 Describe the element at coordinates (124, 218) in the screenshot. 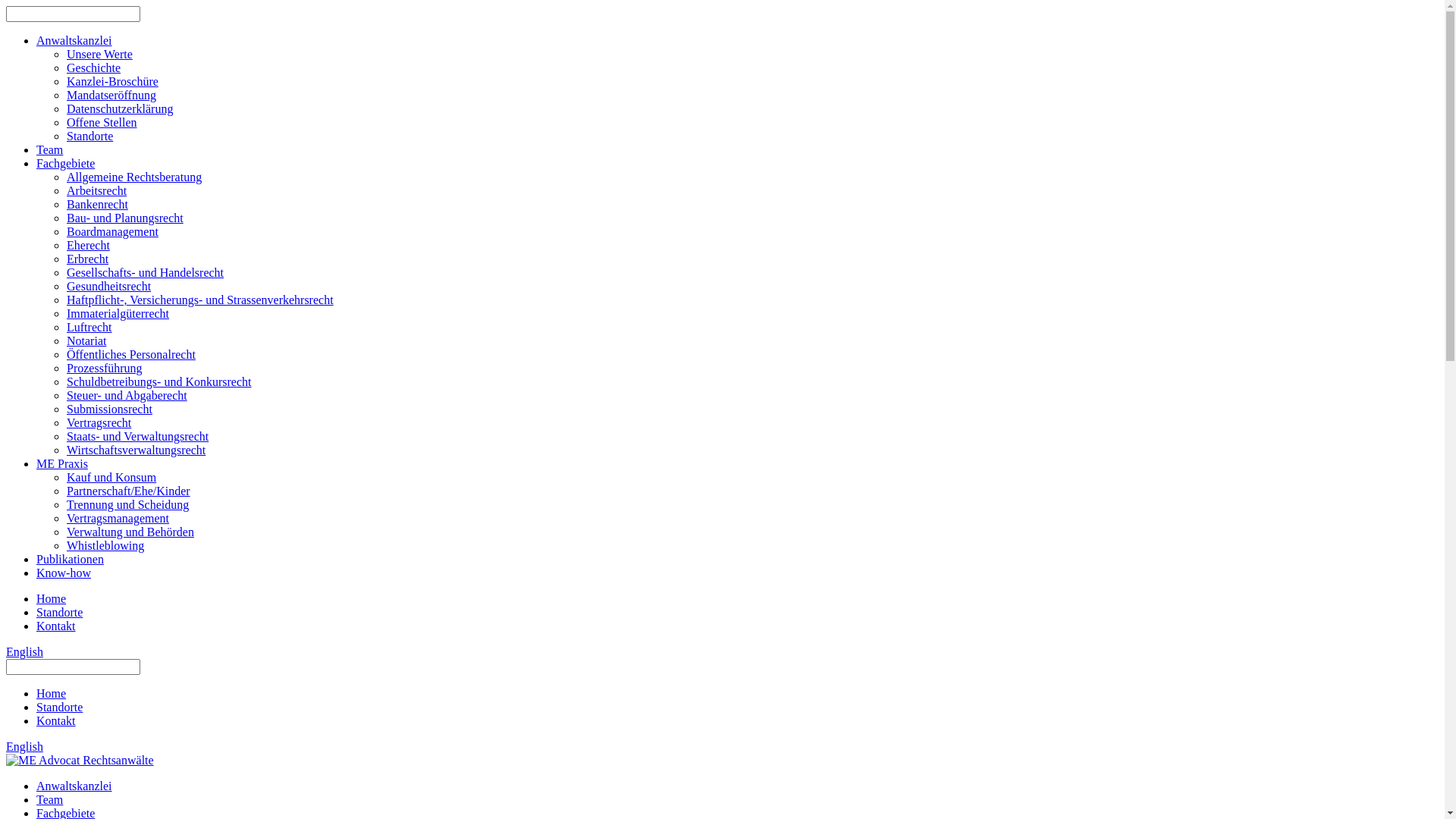

I see `'Bau- und Planungsrecht'` at that location.